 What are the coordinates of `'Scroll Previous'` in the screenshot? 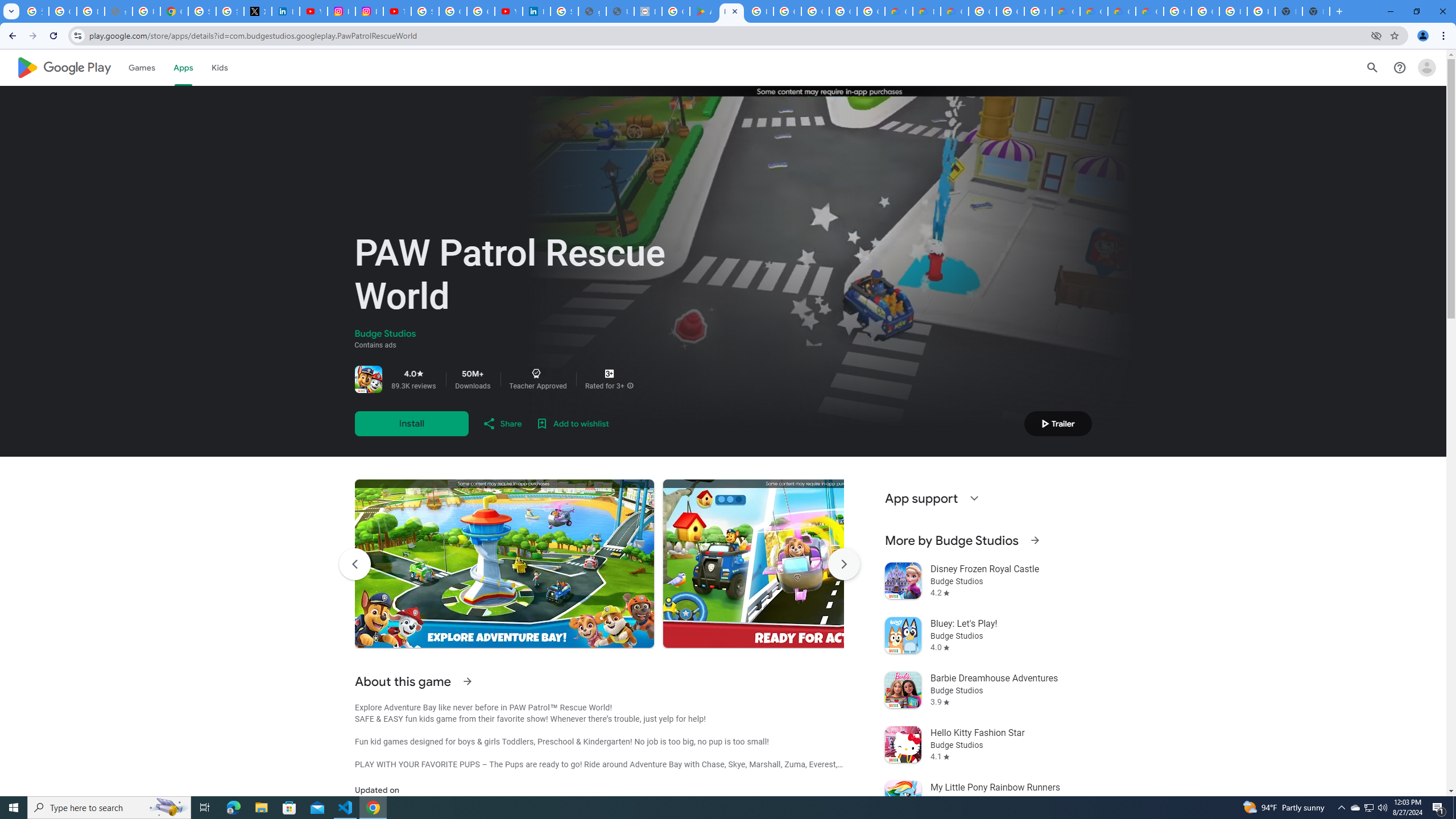 It's located at (354, 564).